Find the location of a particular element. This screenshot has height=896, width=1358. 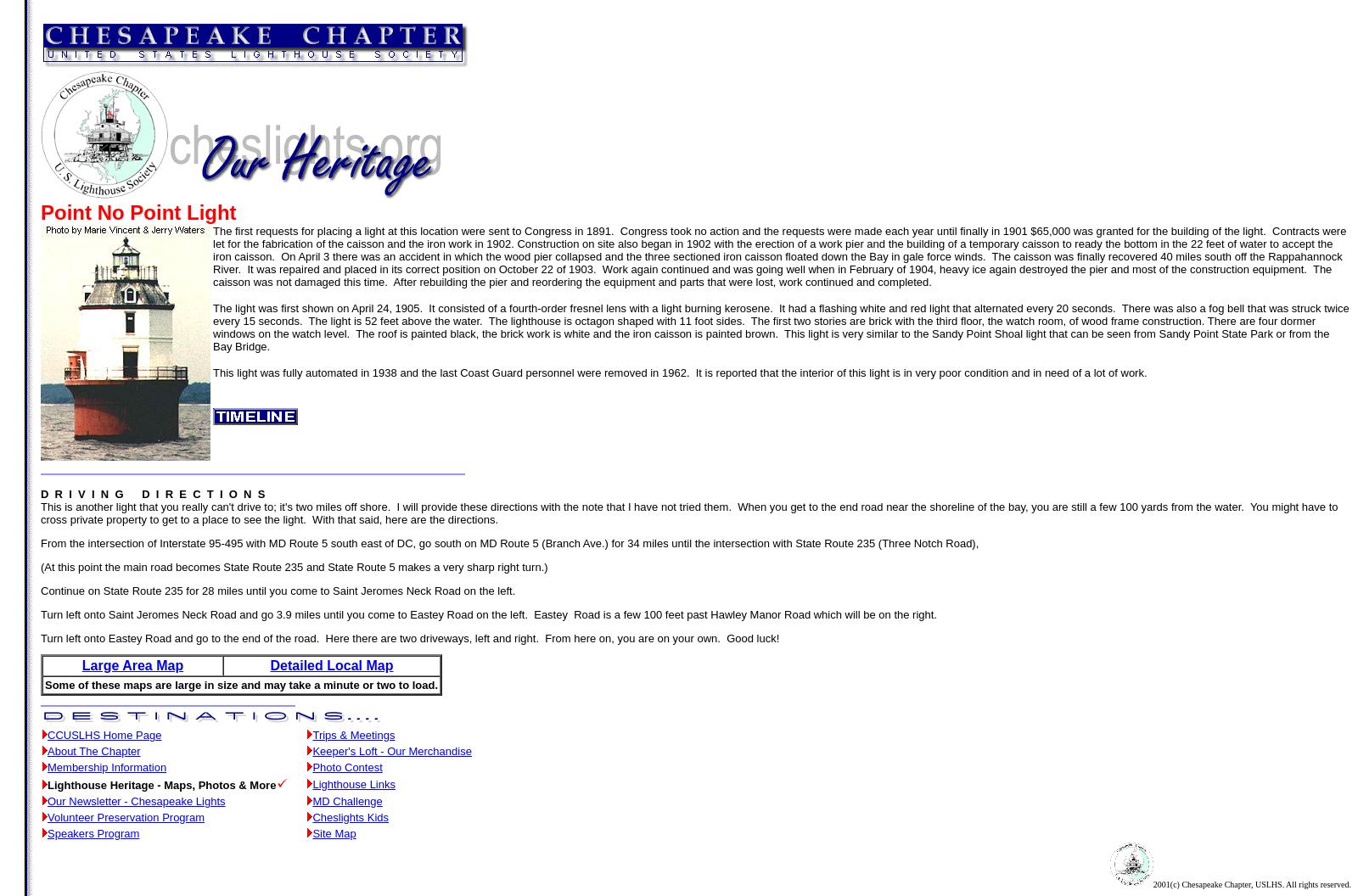

'Site 
            Map' is located at coordinates (334, 833).